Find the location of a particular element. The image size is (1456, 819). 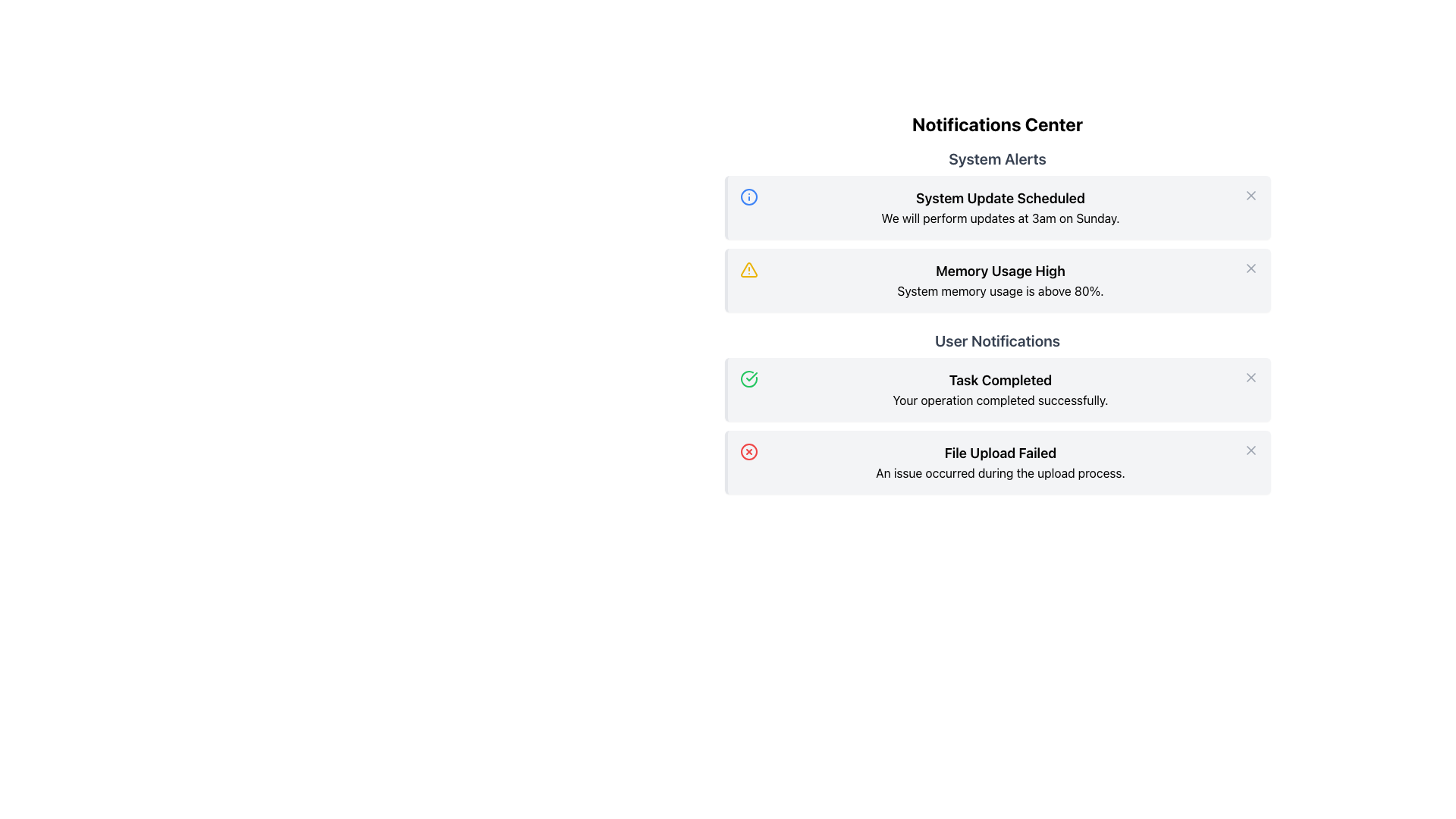

notification message 'Your operation completed successfully.' displayed under the bold header 'Task Completed' in the User Notifications section is located at coordinates (1000, 400).